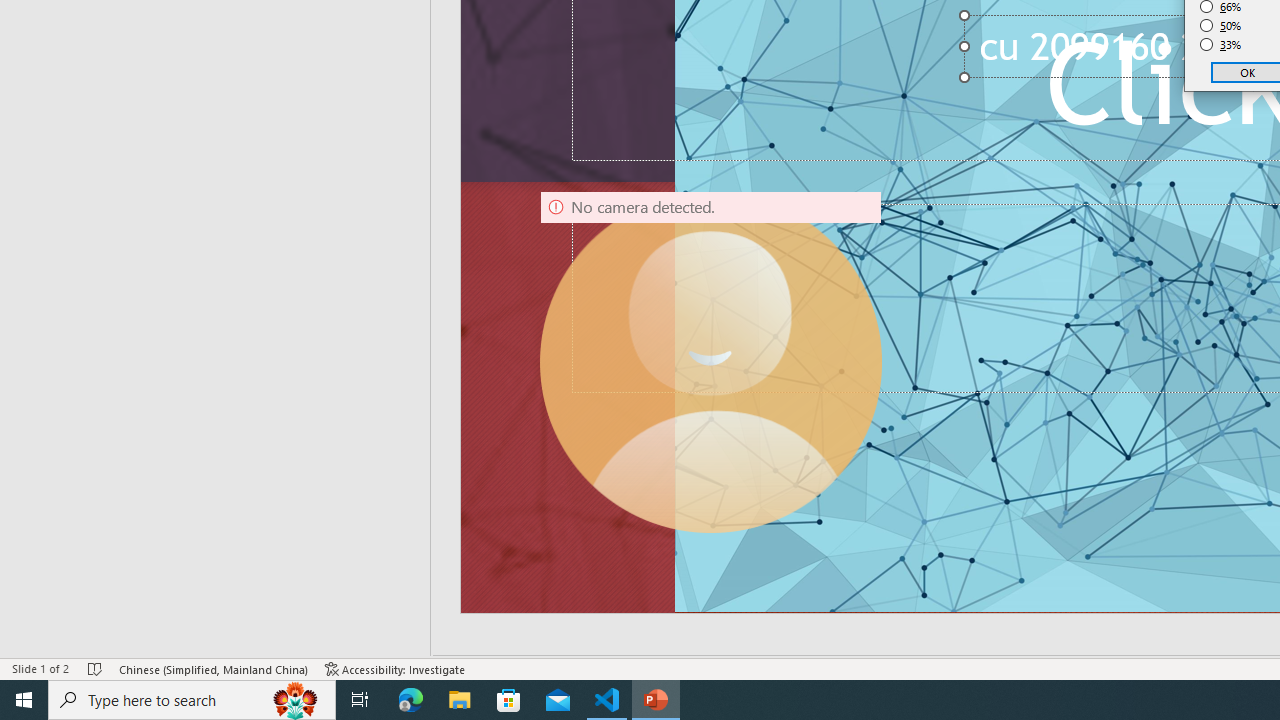 The height and width of the screenshot is (720, 1280). What do you see at coordinates (359, 698) in the screenshot?
I see `'Task View'` at bounding box center [359, 698].